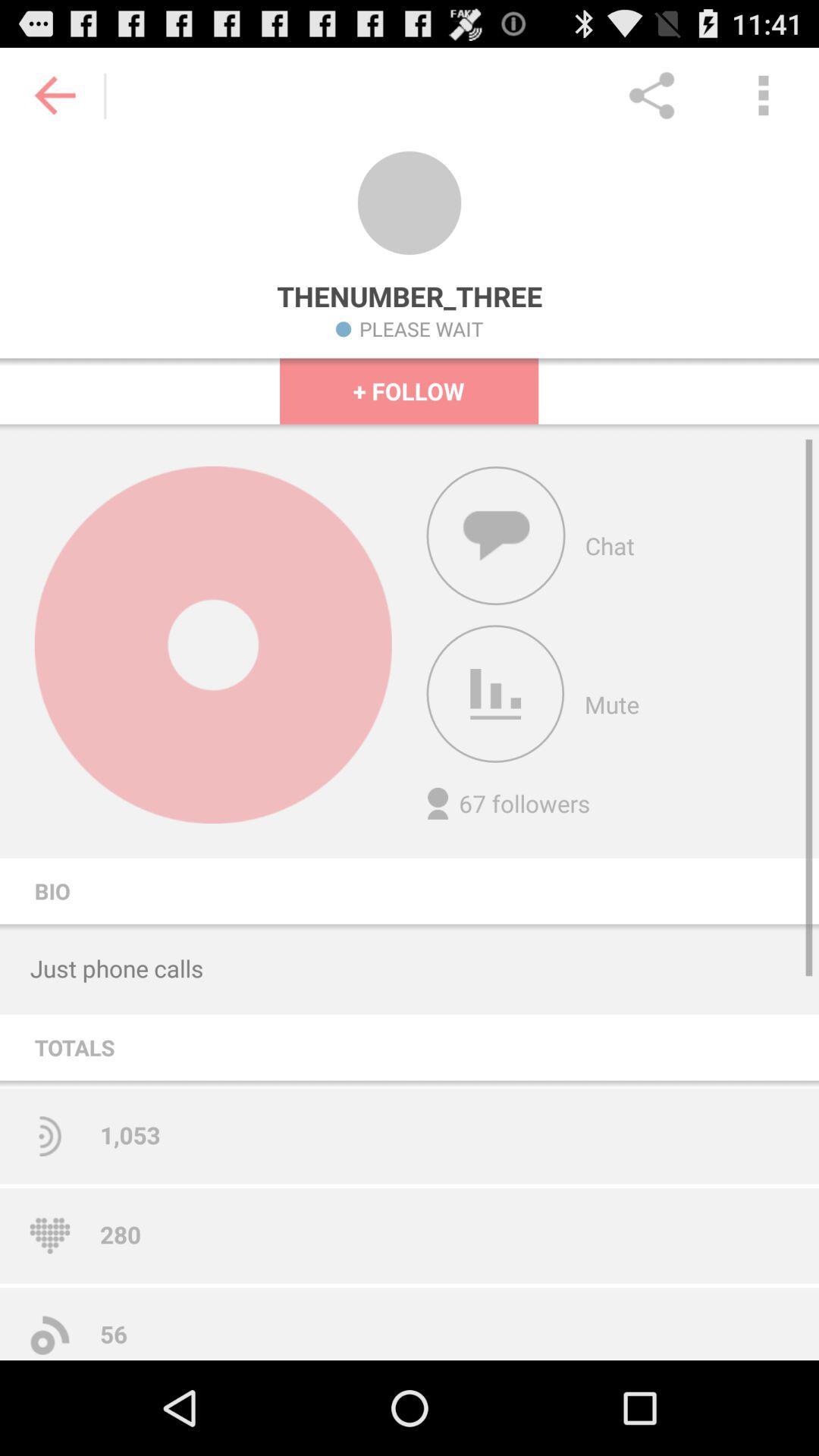 The width and height of the screenshot is (819, 1456). Describe the element at coordinates (496, 535) in the screenshot. I see `chat` at that location.